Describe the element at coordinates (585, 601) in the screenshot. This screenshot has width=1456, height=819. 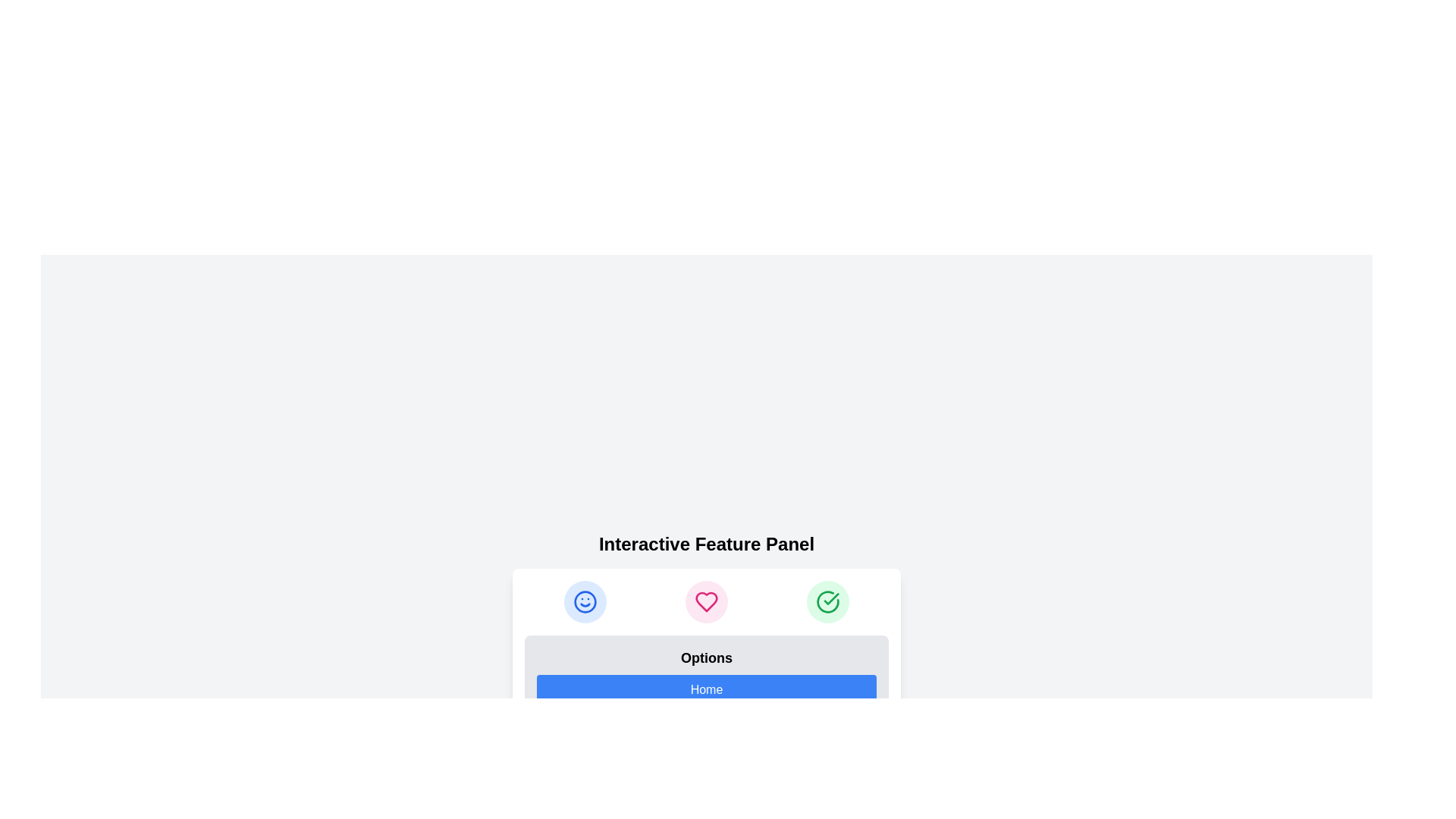
I see `the smiley icon button with a blue outline located in the top-left corner of the Interactive Feature Panel` at that location.